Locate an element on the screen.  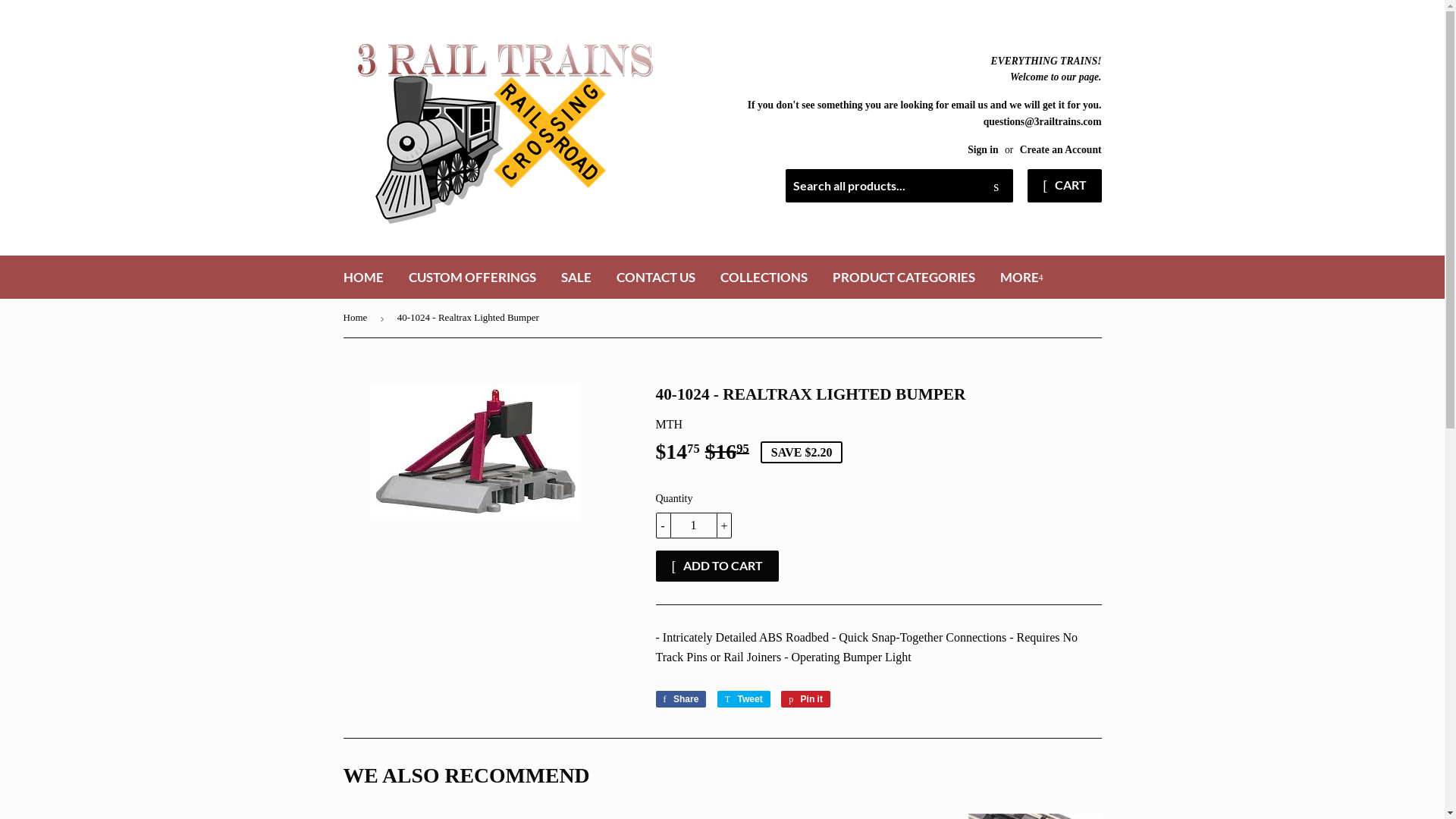
'Share is located at coordinates (679, 698).